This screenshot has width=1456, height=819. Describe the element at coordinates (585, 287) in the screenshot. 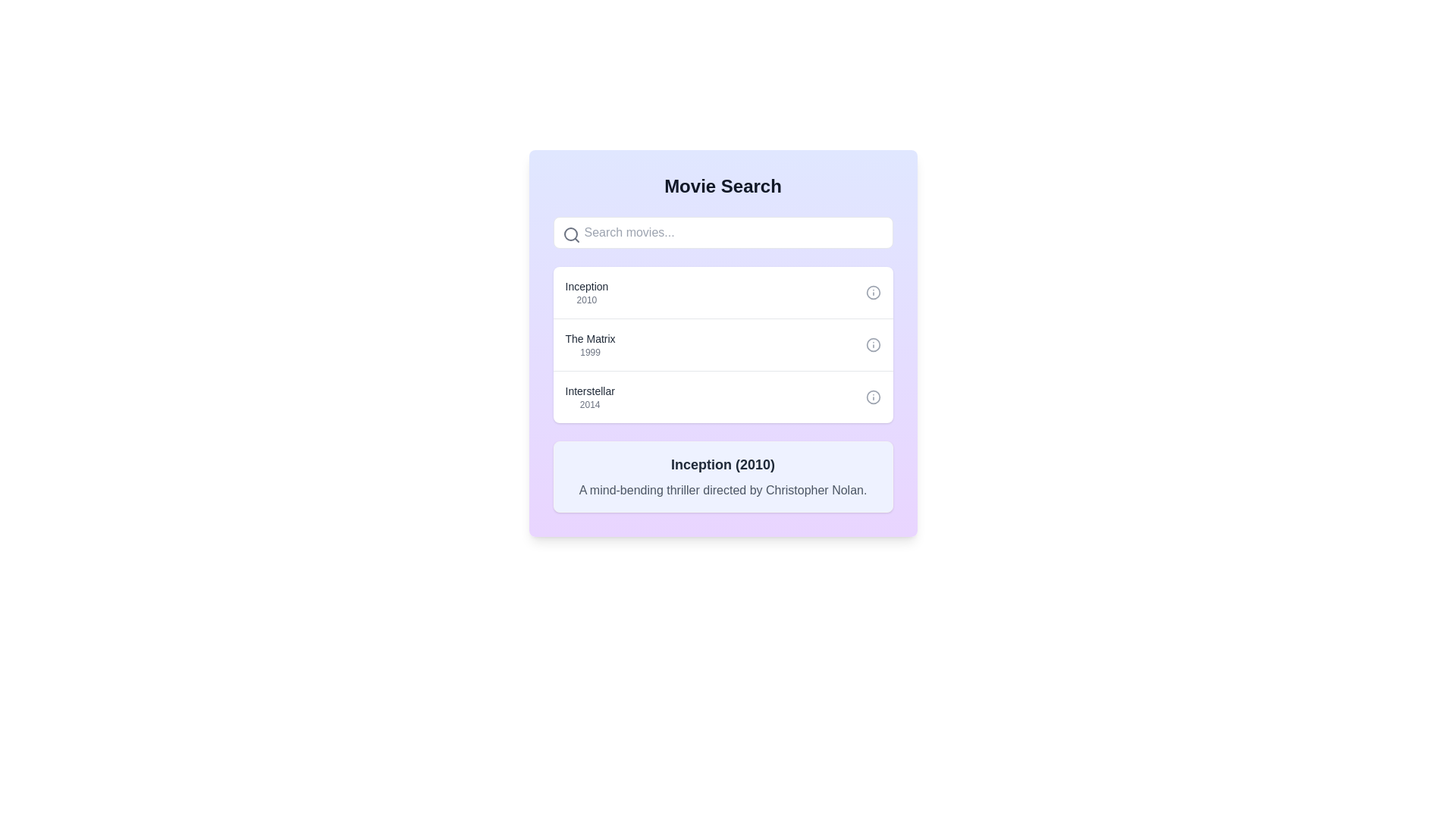

I see `the static text label element displaying 'Inception', which is styled in dark gray and positioned above the release year '2010'` at that location.